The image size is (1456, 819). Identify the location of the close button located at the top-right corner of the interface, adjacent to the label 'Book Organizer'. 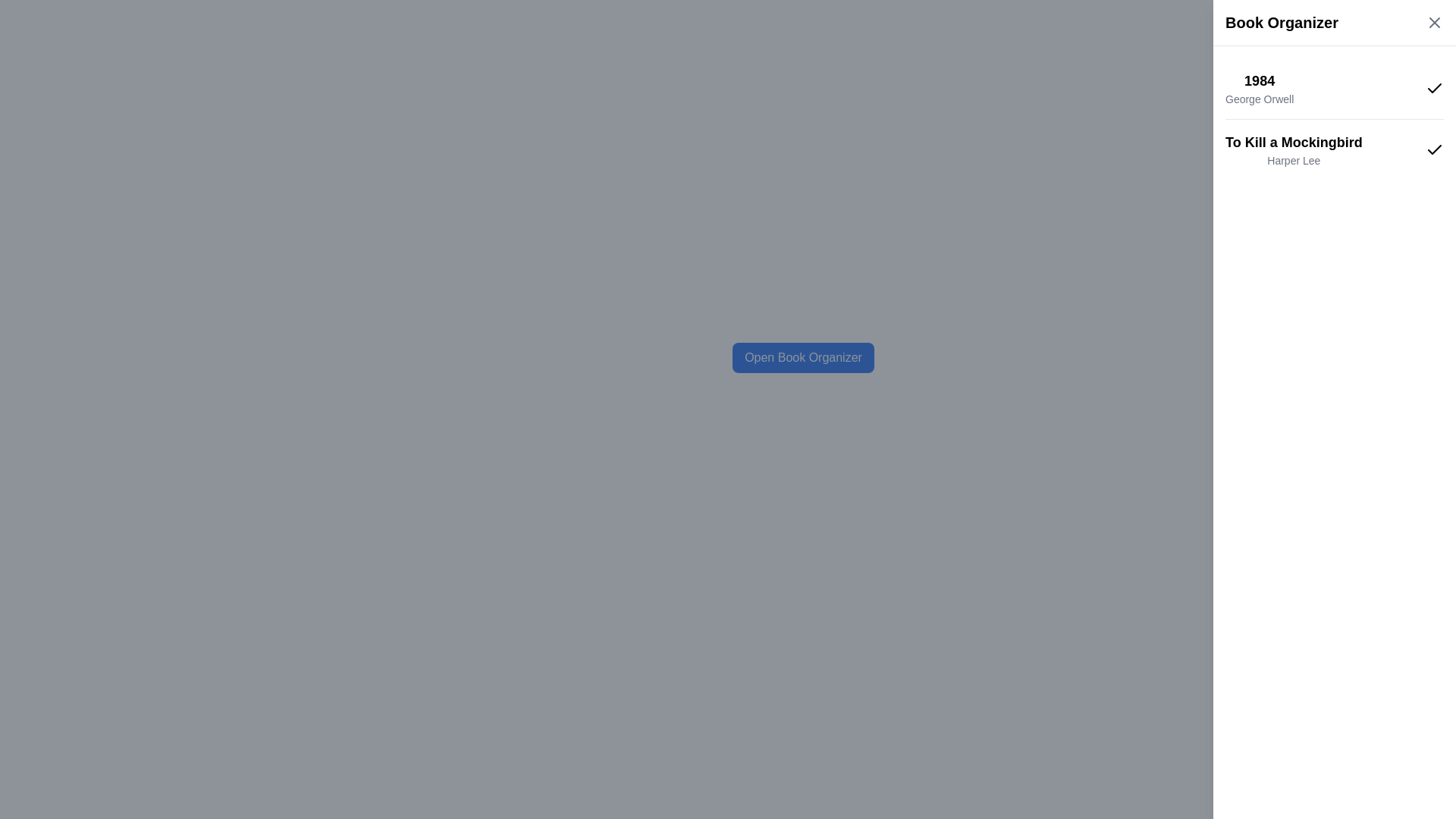
(1433, 23).